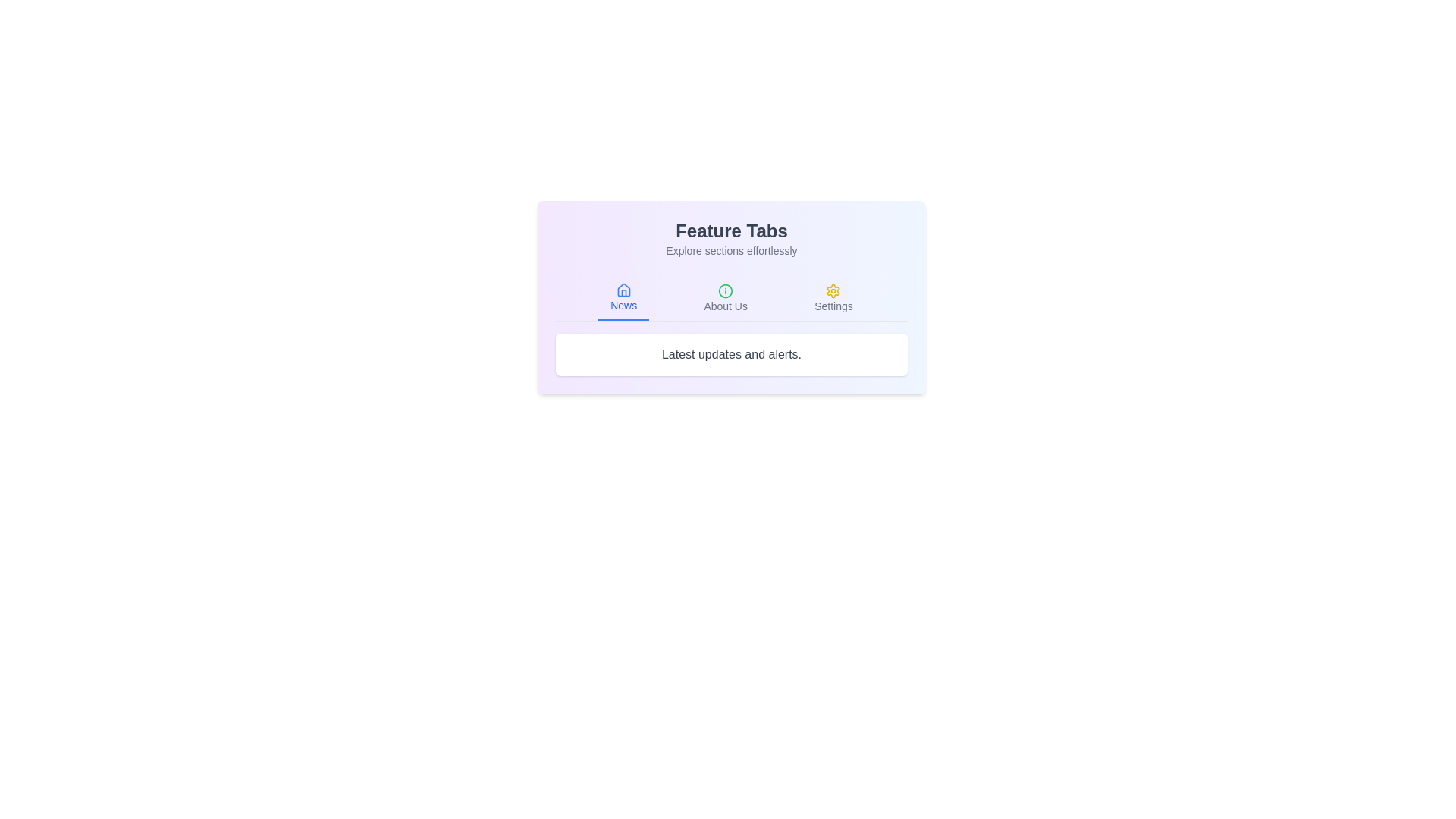 This screenshot has height=819, width=1456. Describe the element at coordinates (623, 298) in the screenshot. I see `the News tab to explore its content` at that location.